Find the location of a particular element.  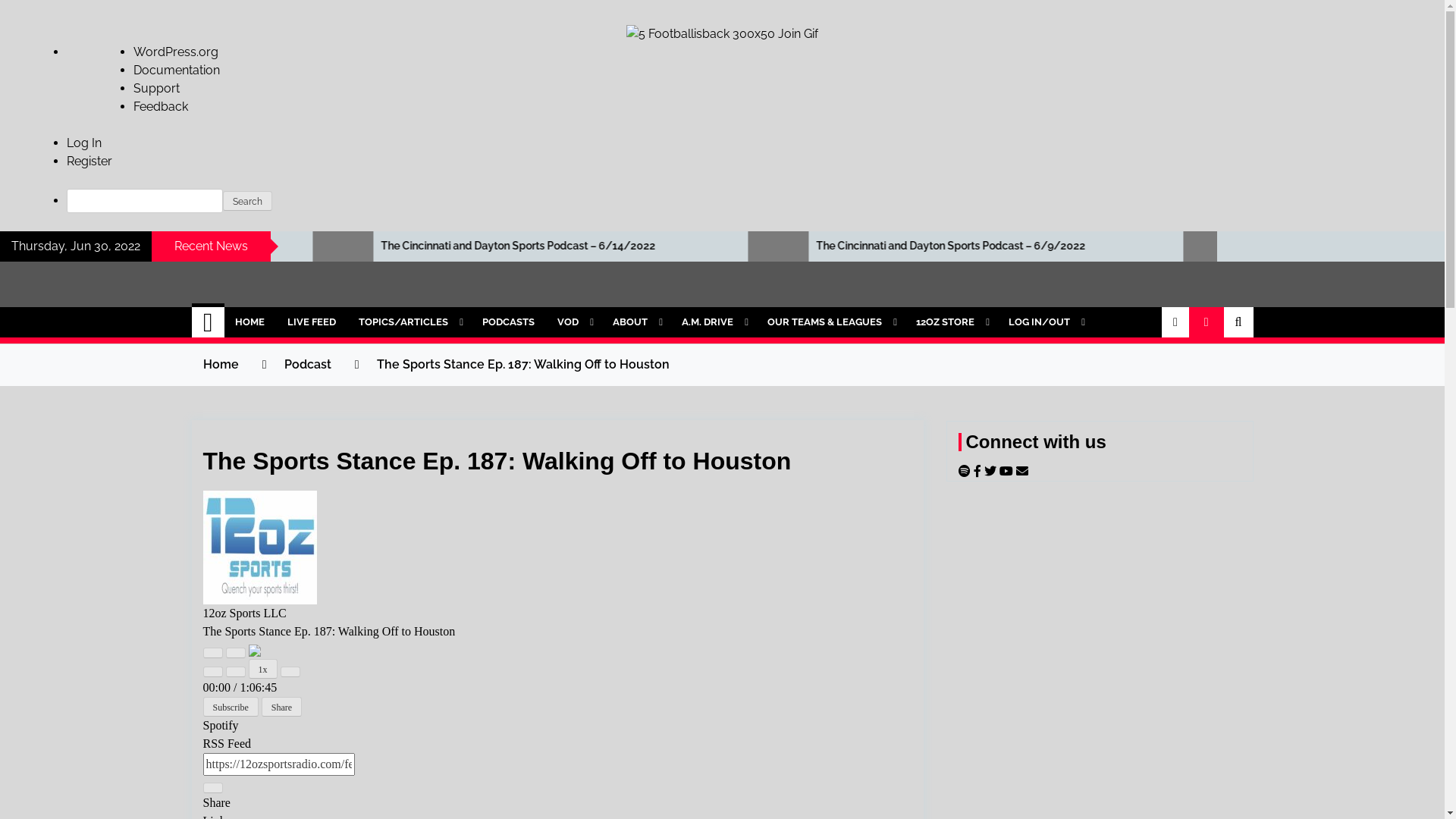

'A.M. DRIVE' is located at coordinates (712, 321).